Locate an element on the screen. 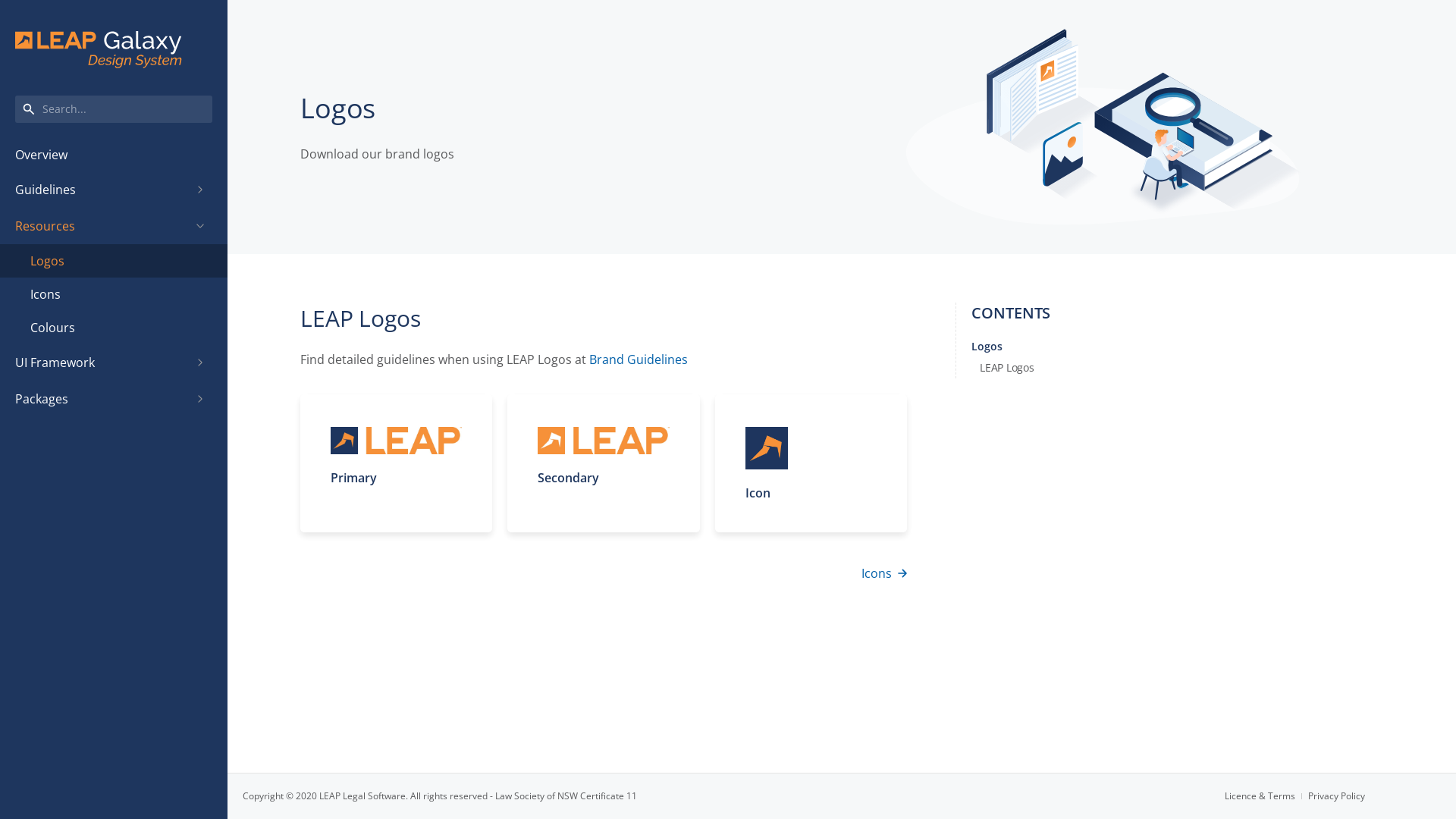  'Licence & Terms' is located at coordinates (1266, 795).